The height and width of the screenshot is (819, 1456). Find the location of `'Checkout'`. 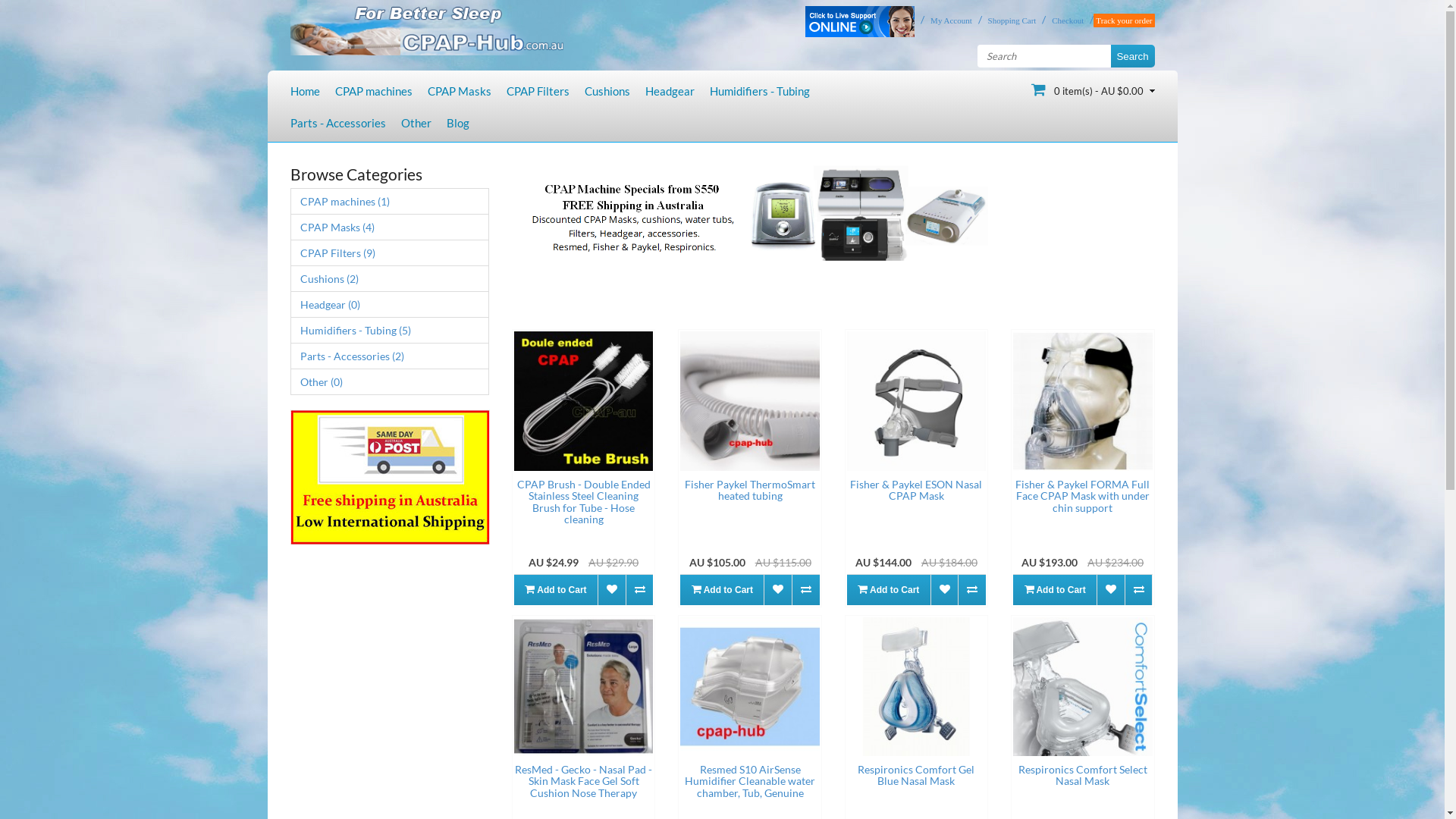

'Checkout' is located at coordinates (1063, 20).